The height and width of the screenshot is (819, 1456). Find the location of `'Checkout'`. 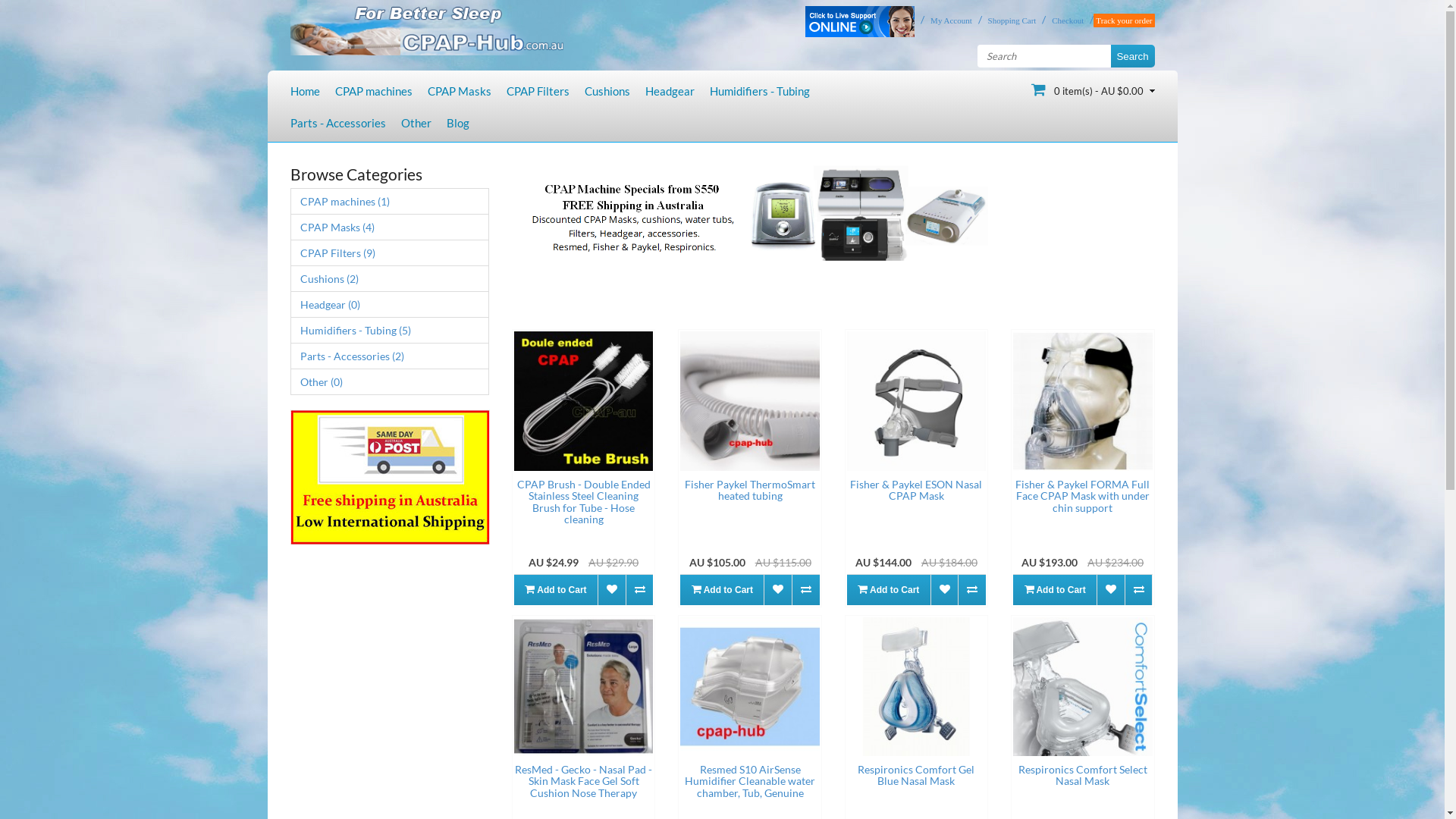

'Checkout' is located at coordinates (1063, 20).